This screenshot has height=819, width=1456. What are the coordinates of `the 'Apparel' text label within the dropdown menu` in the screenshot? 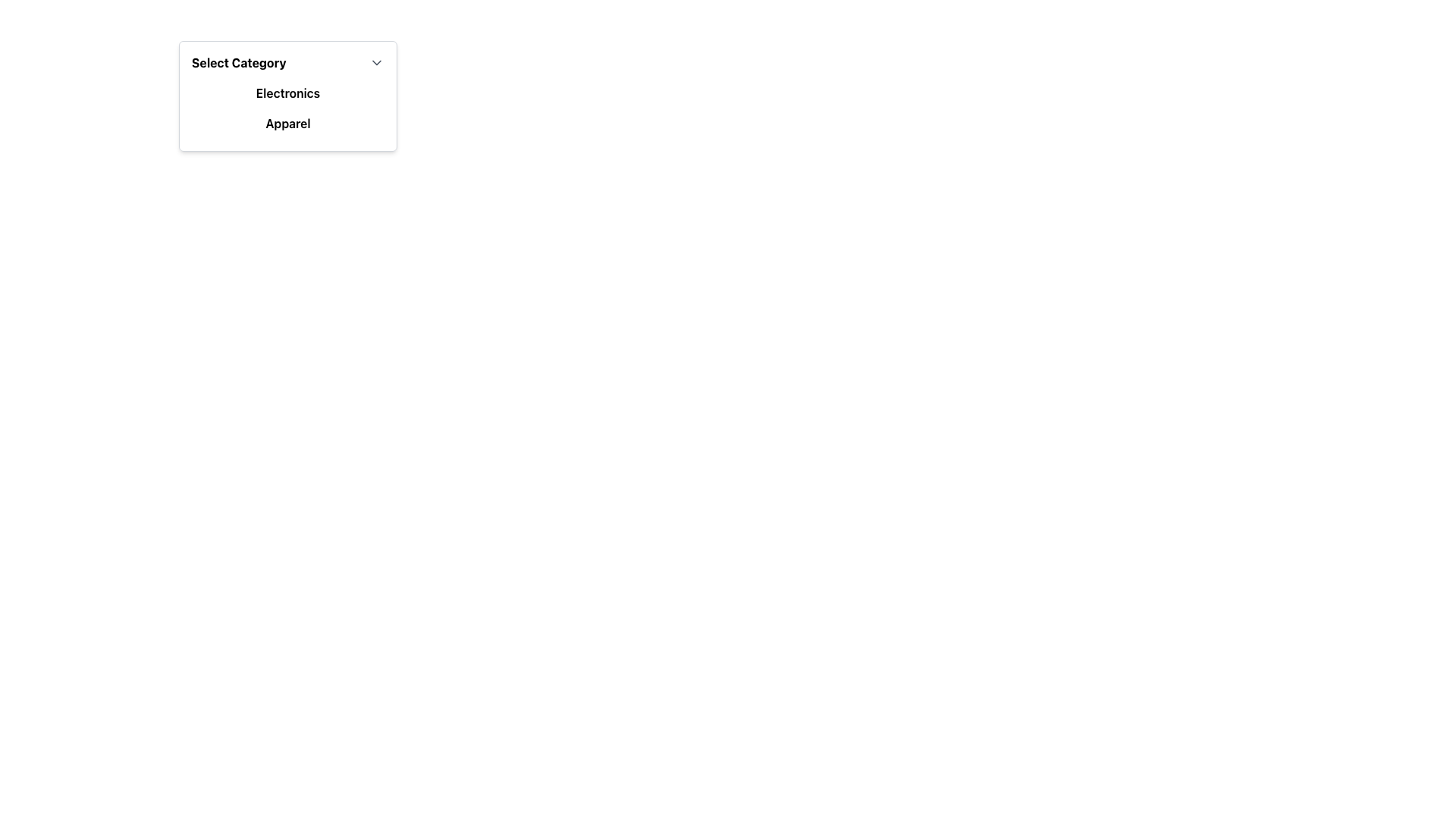 It's located at (287, 122).